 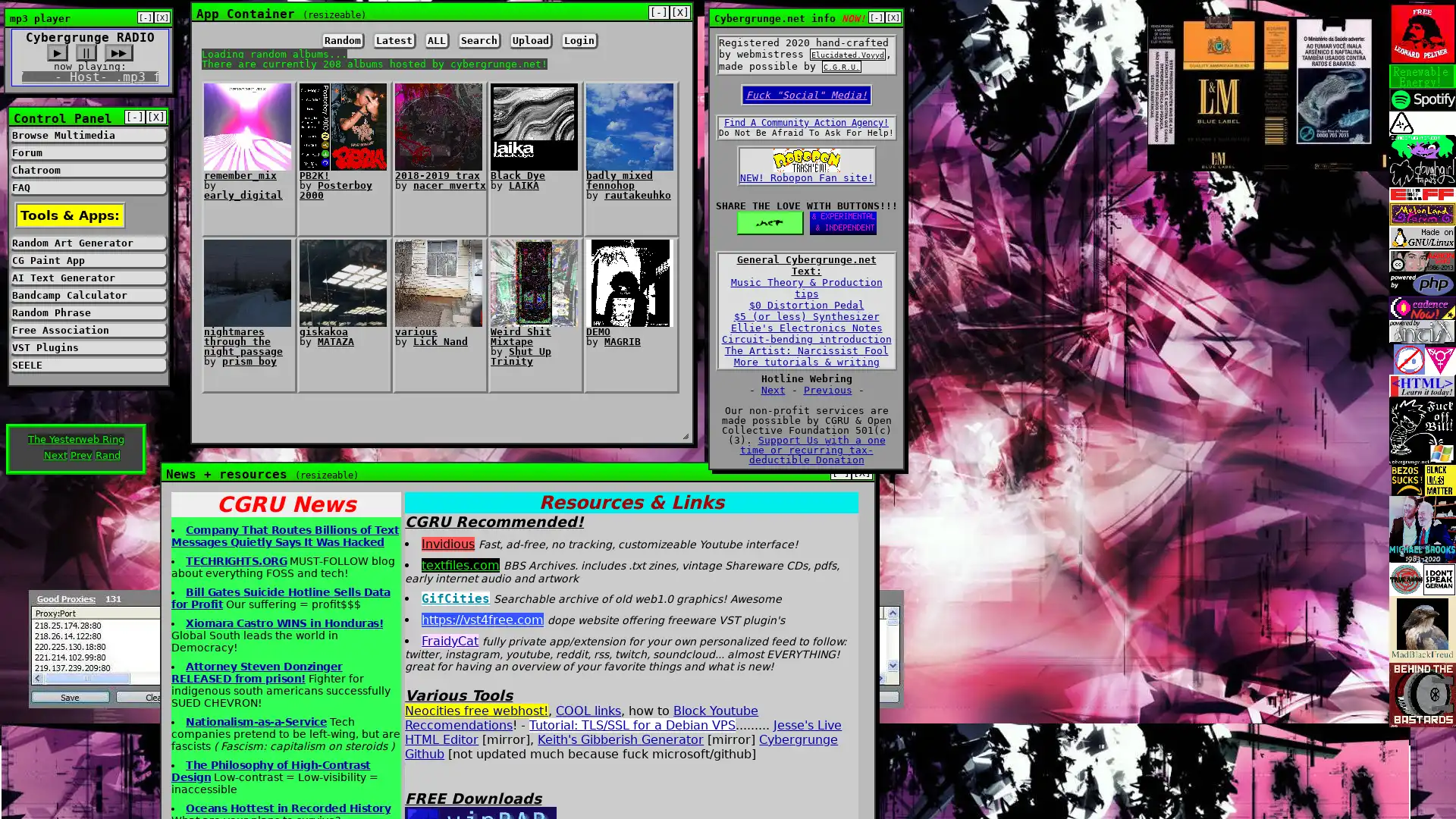 What do you see at coordinates (679, 12) in the screenshot?
I see `[X]` at bounding box center [679, 12].